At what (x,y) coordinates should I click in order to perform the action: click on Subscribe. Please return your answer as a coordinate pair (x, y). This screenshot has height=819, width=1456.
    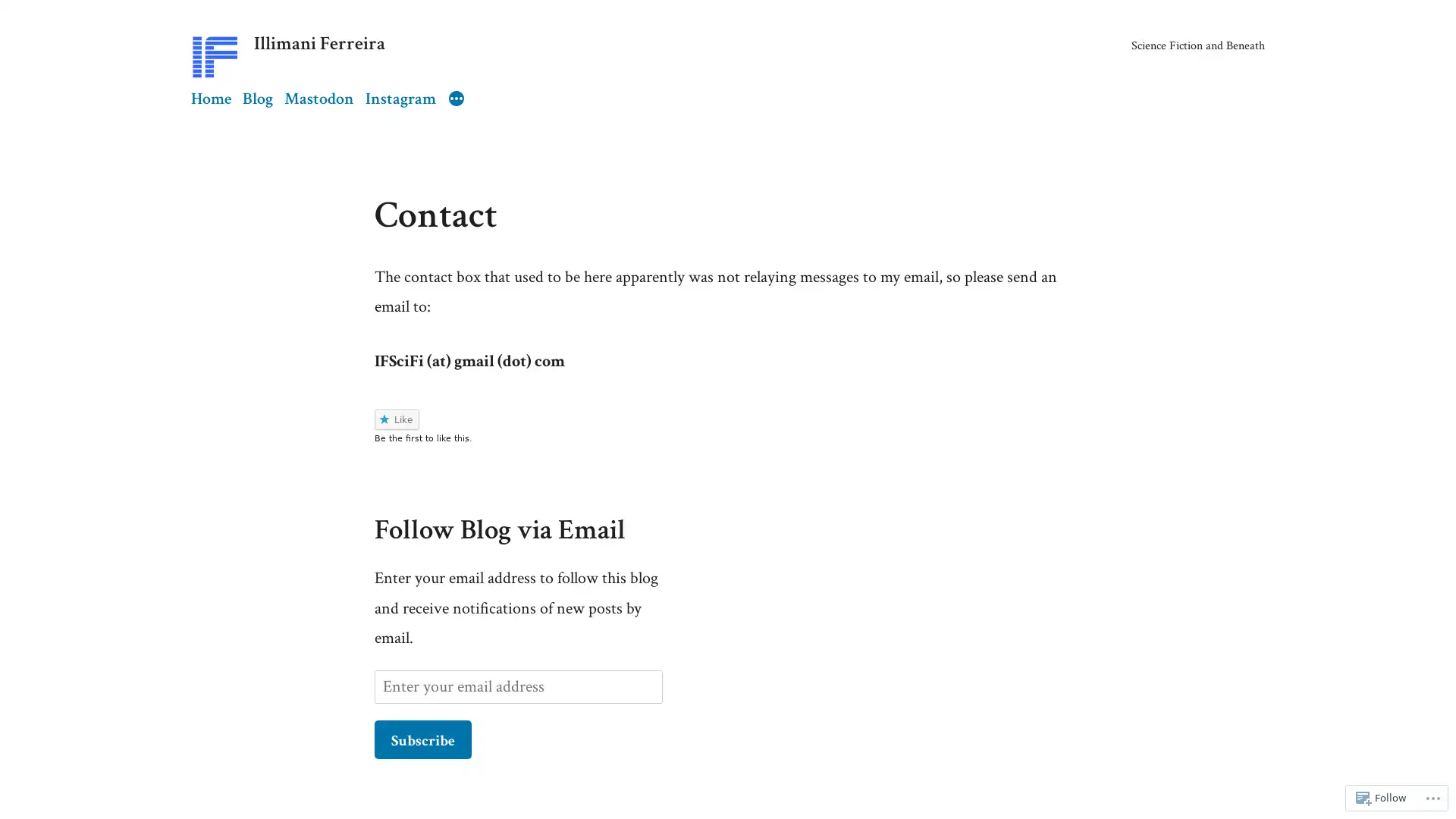
    Looking at the image, I should click on (422, 738).